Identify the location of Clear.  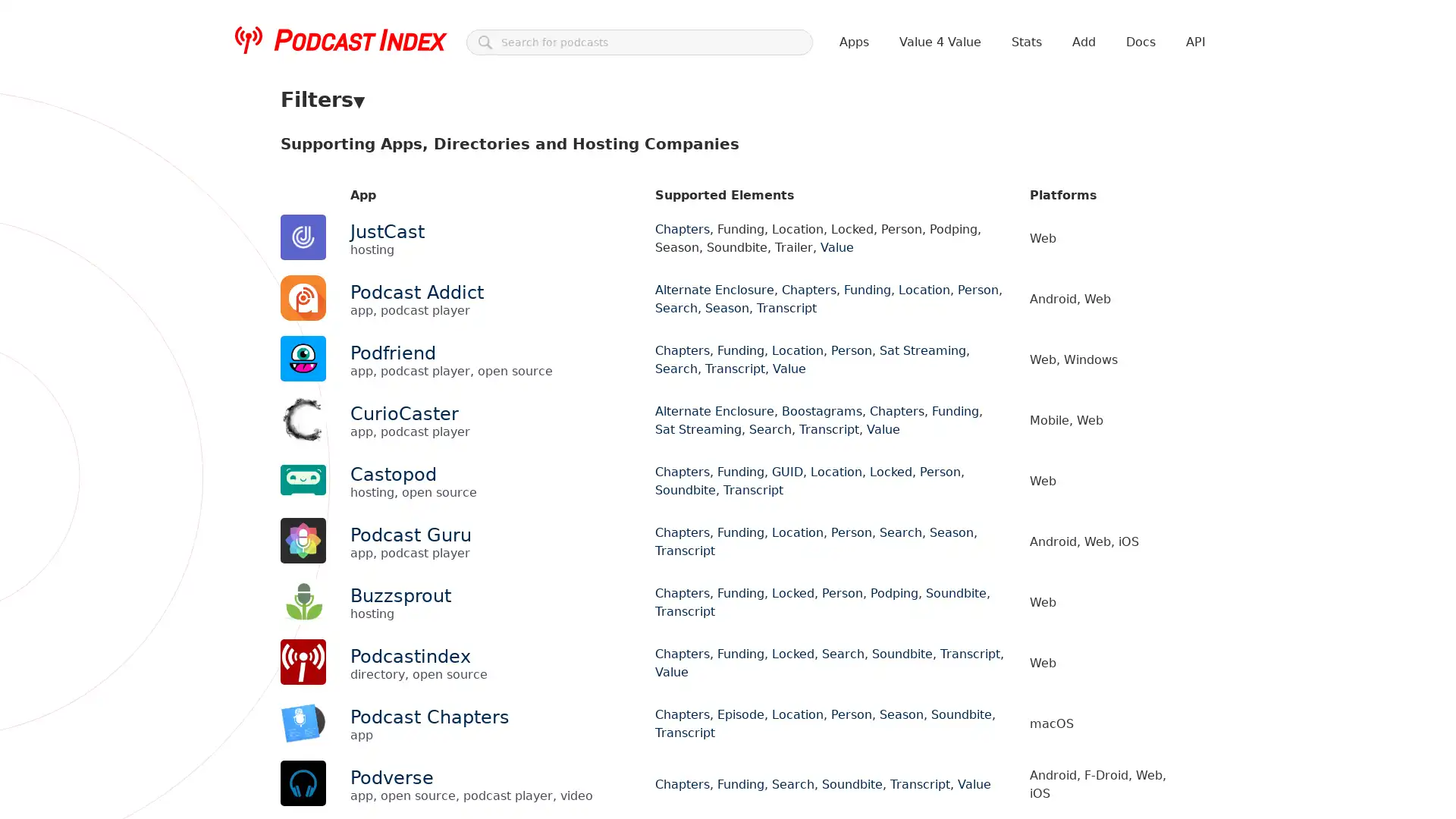
(301, 311).